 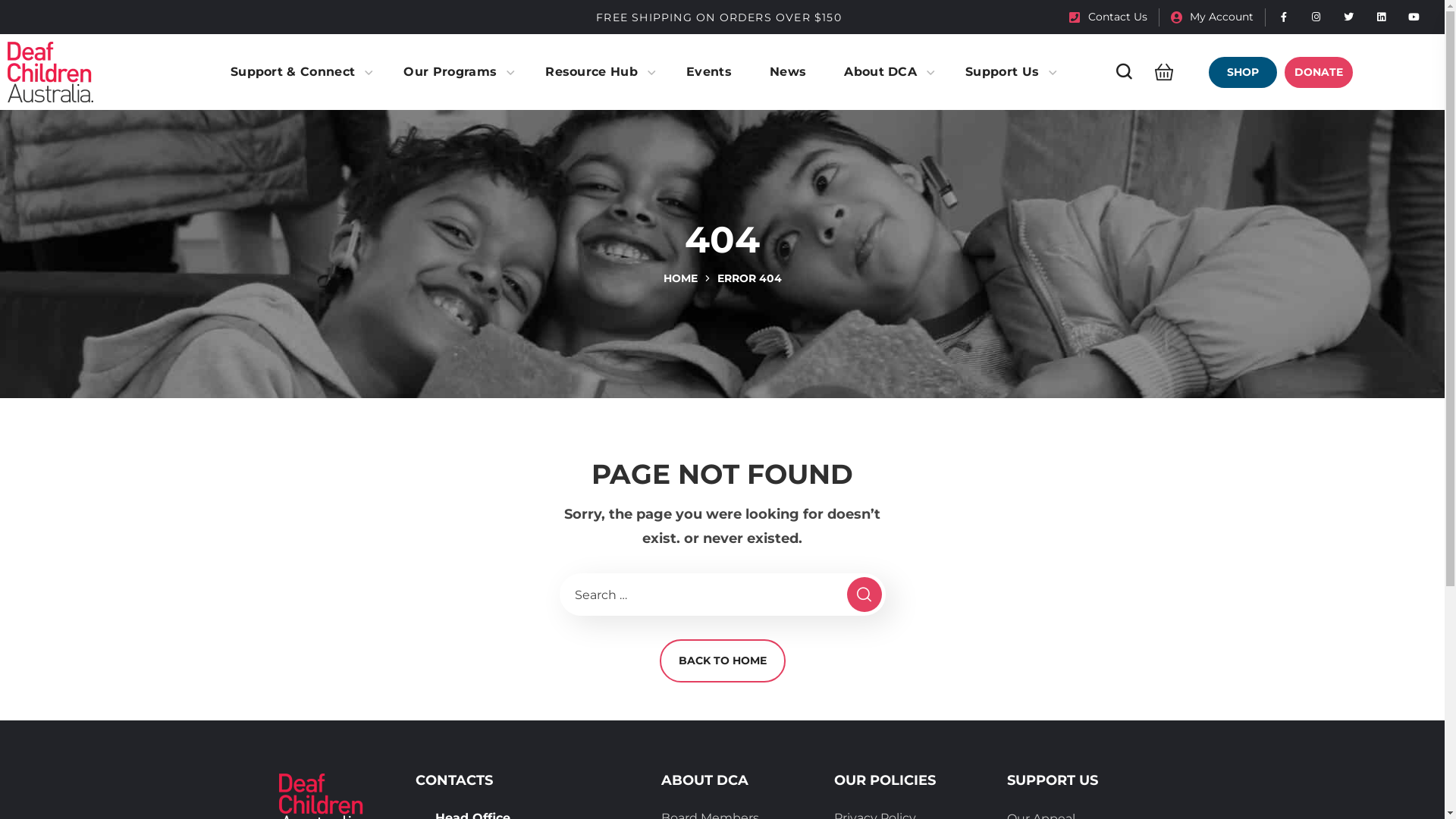 What do you see at coordinates (708, 72) in the screenshot?
I see `'Events'` at bounding box center [708, 72].